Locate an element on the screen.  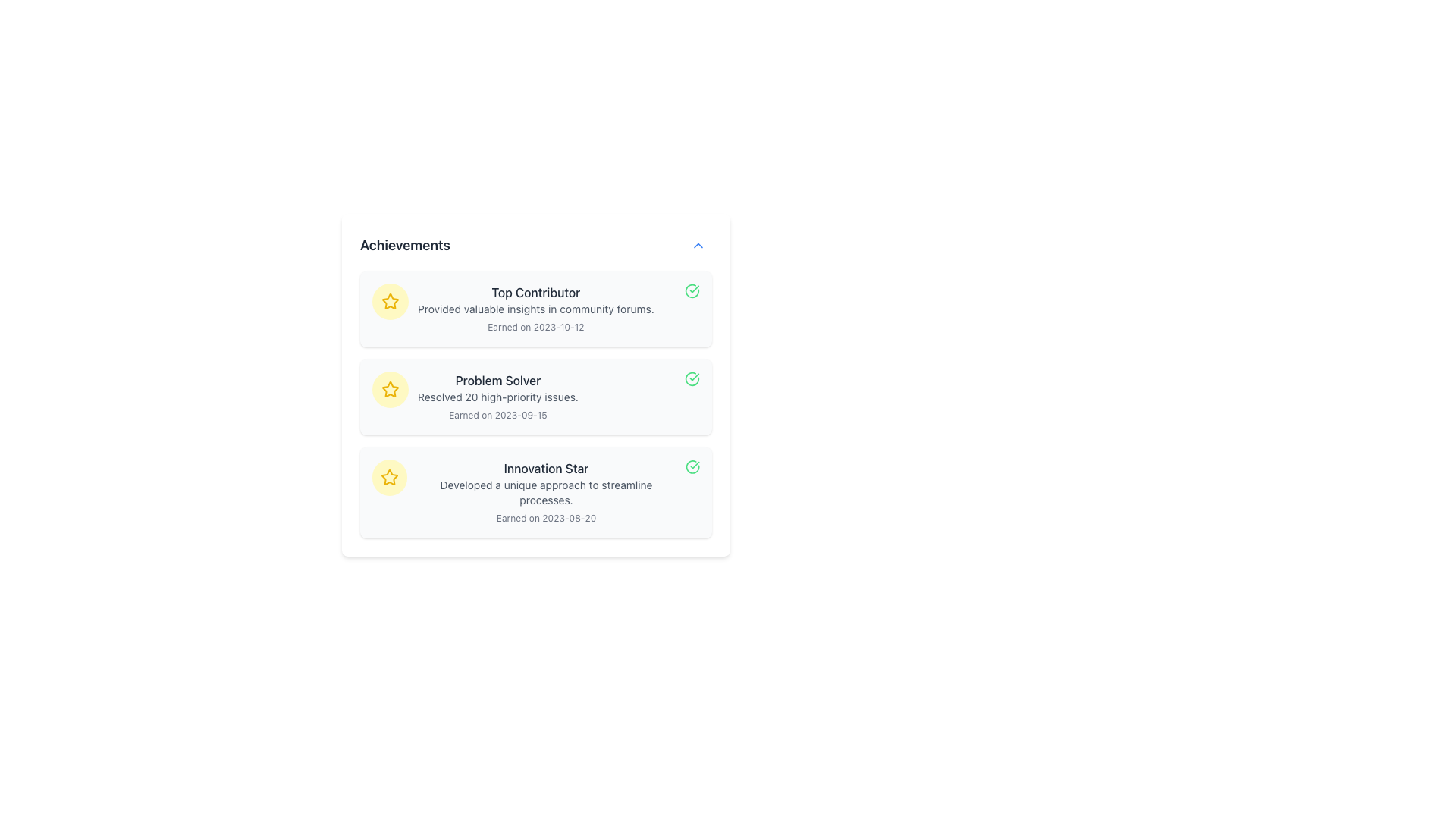
text label that displays 'Top Contributor' at the top of the Achievements section in a card-like layout is located at coordinates (535, 292).